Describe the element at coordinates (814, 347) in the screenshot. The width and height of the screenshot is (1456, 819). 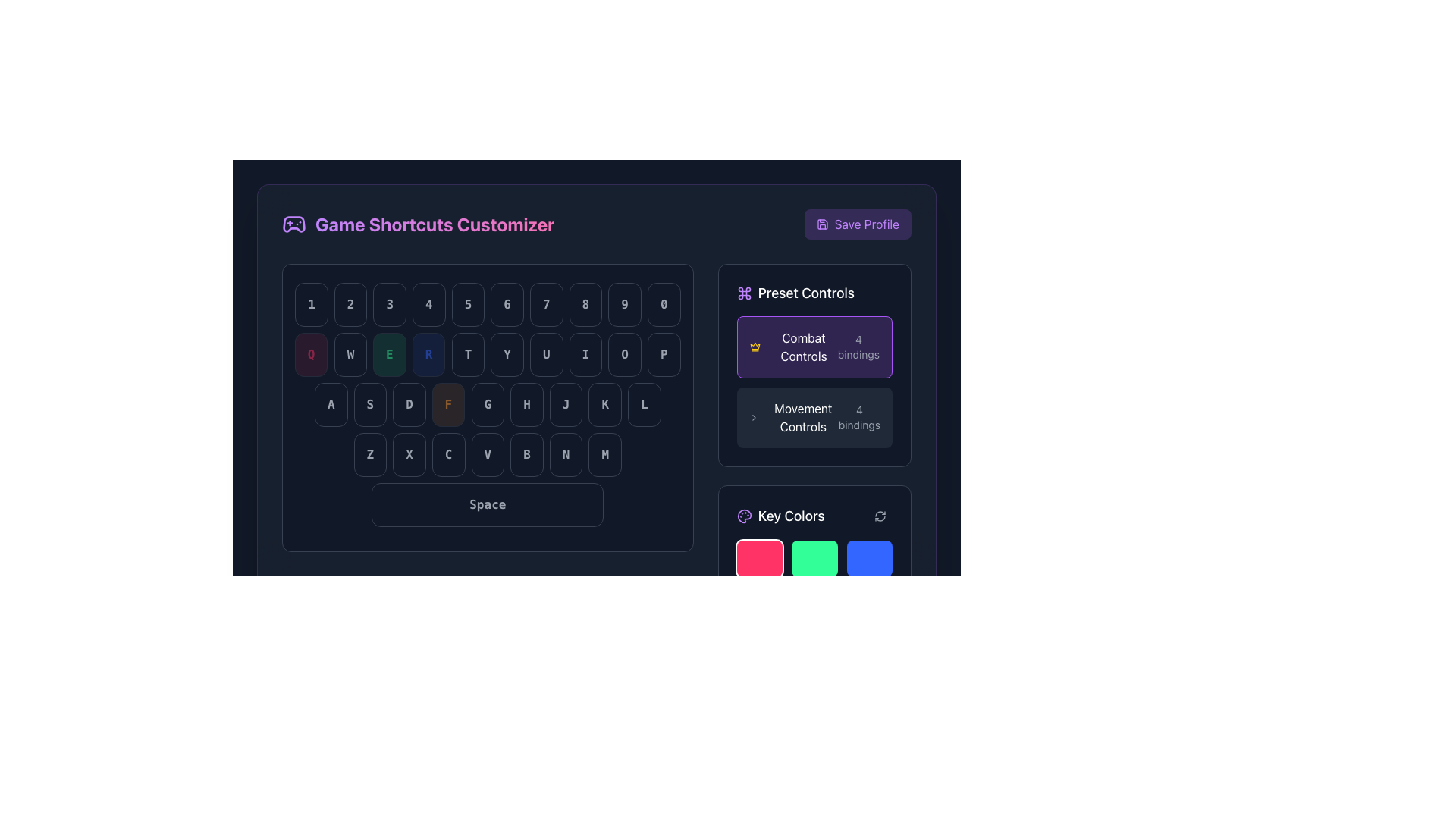
I see `the first button in the 'Preset Controls' section` at that location.